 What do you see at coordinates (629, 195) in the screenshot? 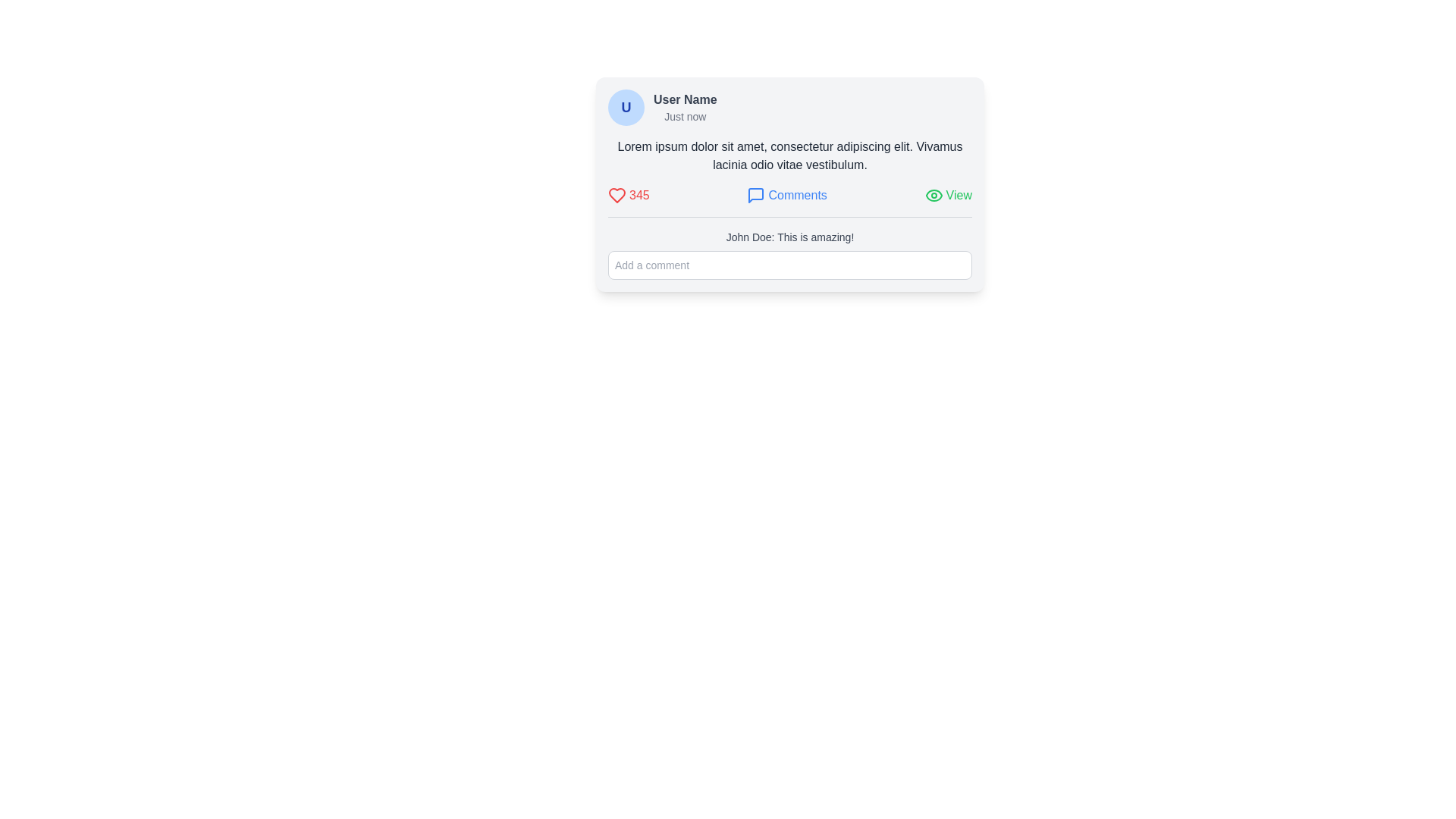
I see `the interactive count display with icon that shows the count of likes or favorites` at bounding box center [629, 195].